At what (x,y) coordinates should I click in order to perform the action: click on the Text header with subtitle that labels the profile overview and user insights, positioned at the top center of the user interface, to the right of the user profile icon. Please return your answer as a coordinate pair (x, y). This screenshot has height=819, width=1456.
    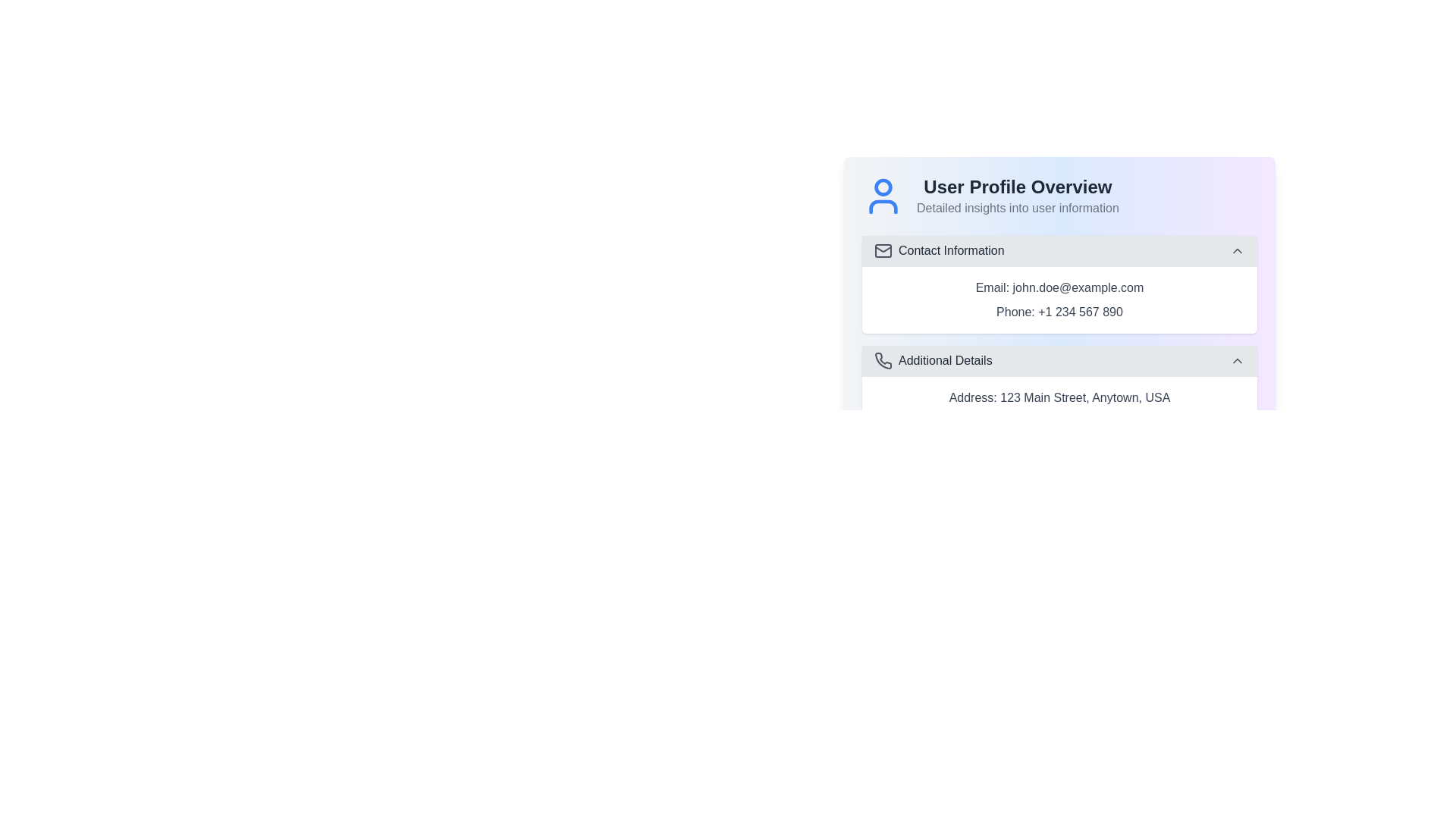
    Looking at the image, I should click on (1018, 195).